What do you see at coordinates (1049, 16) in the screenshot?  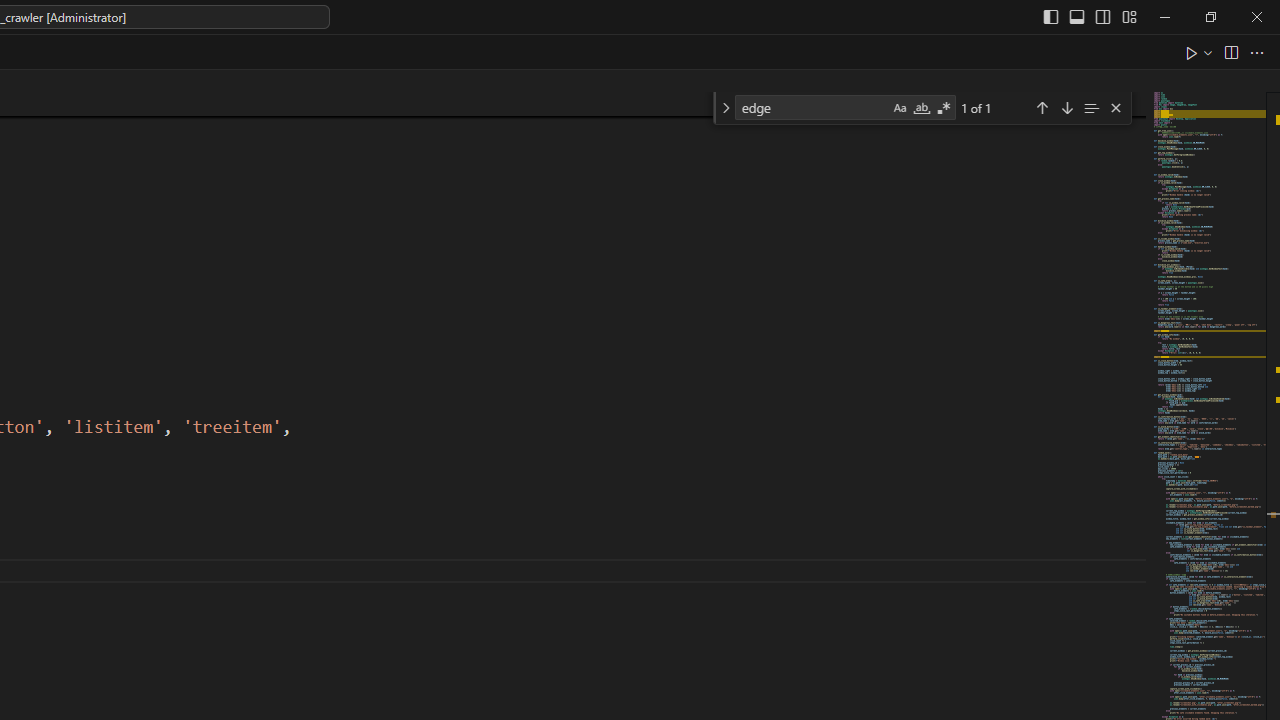 I see `'Toggle Primary Side Bar (Ctrl+B)'` at bounding box center [1049, 16].